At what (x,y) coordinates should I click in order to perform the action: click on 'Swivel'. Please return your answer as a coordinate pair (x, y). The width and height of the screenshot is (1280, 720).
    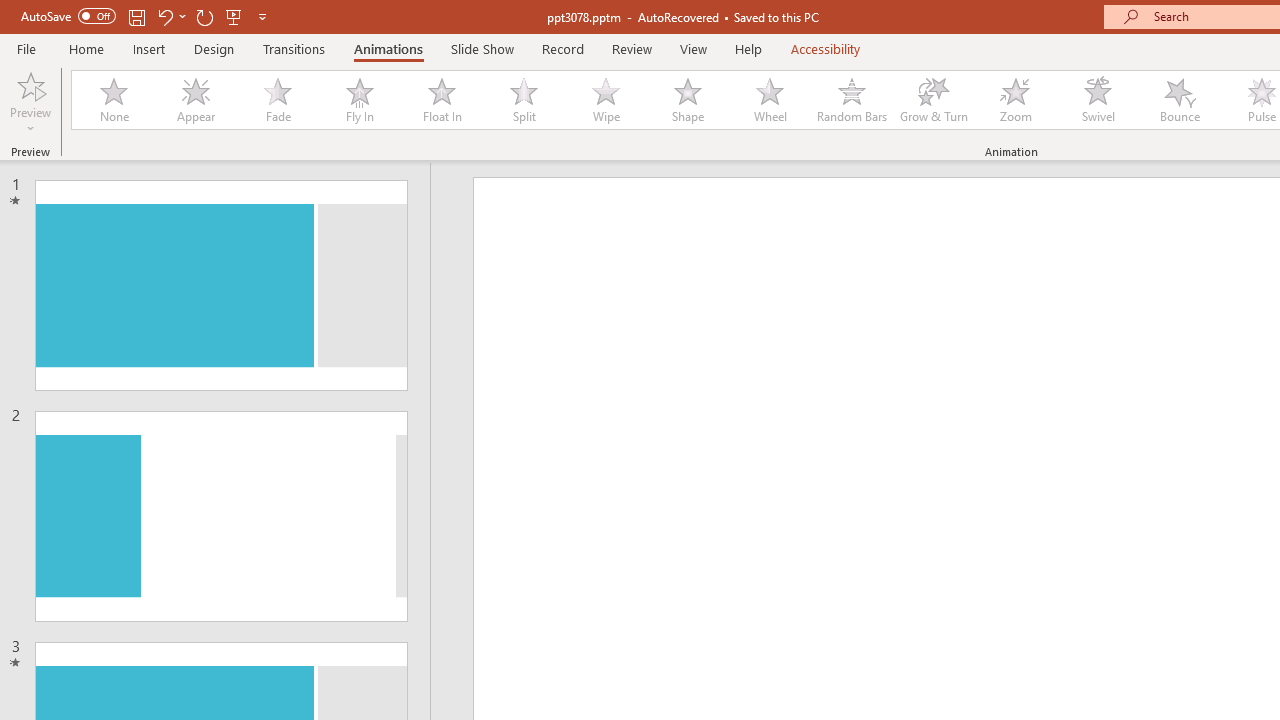
    Looking at the image, I should click on (1097, 100).